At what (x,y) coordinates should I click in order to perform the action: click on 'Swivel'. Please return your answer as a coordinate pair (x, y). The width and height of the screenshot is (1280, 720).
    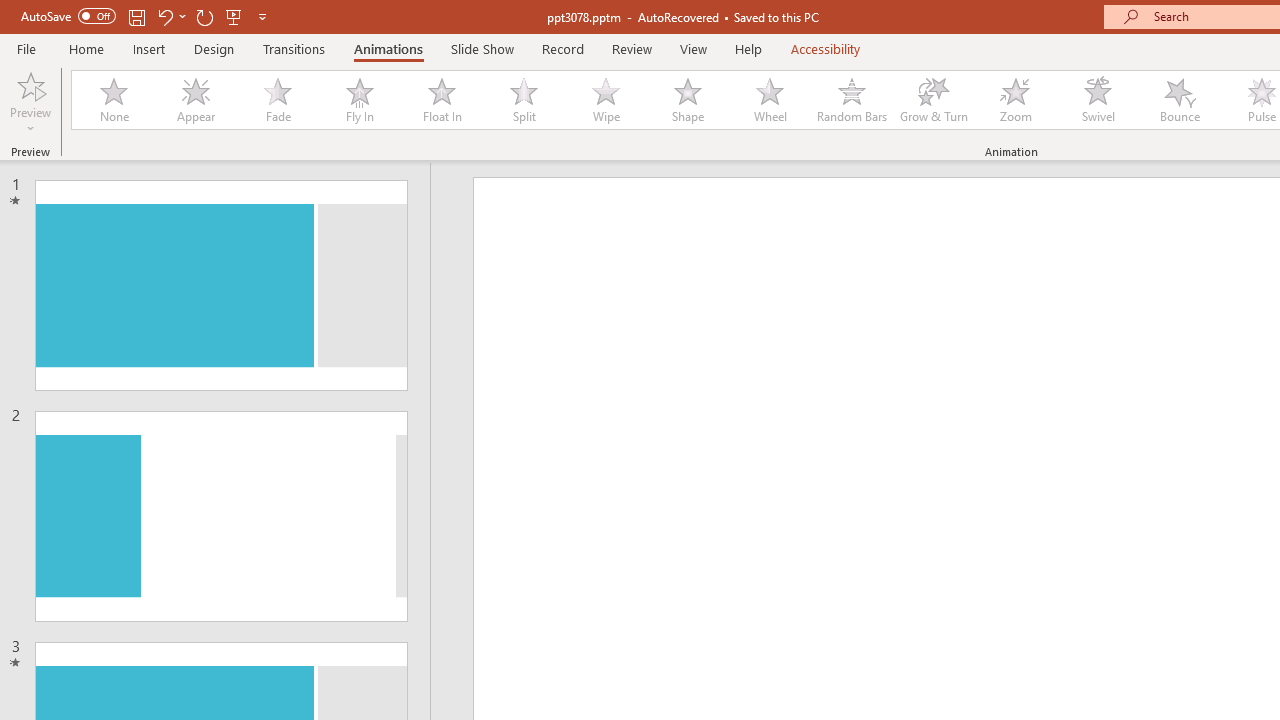
    Looking at the image, I should click on (1097, 100).